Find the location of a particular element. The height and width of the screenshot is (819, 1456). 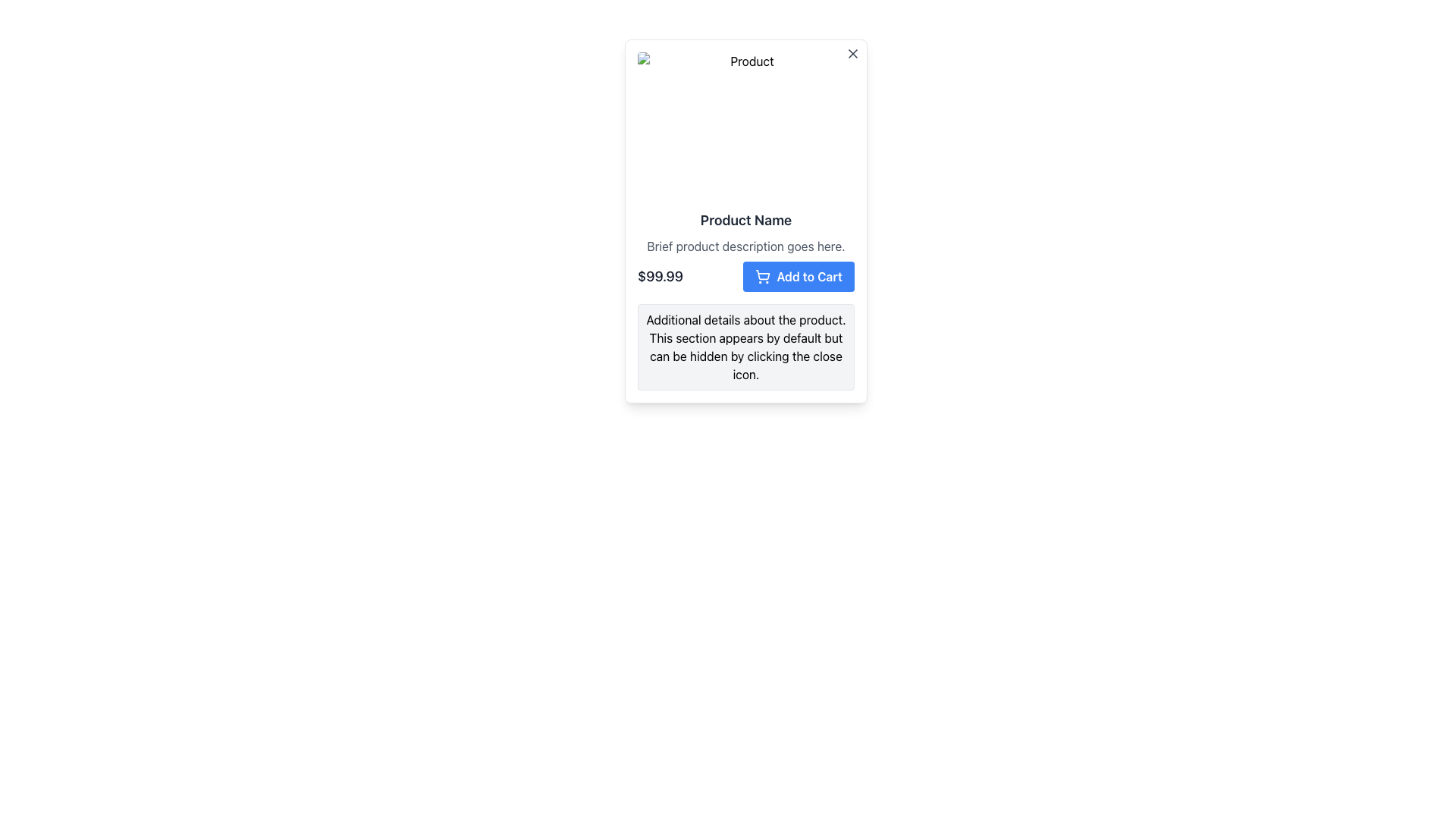

the blue 'Add to Cart' button's shopping cart icon is located at coordinates (763, 277).